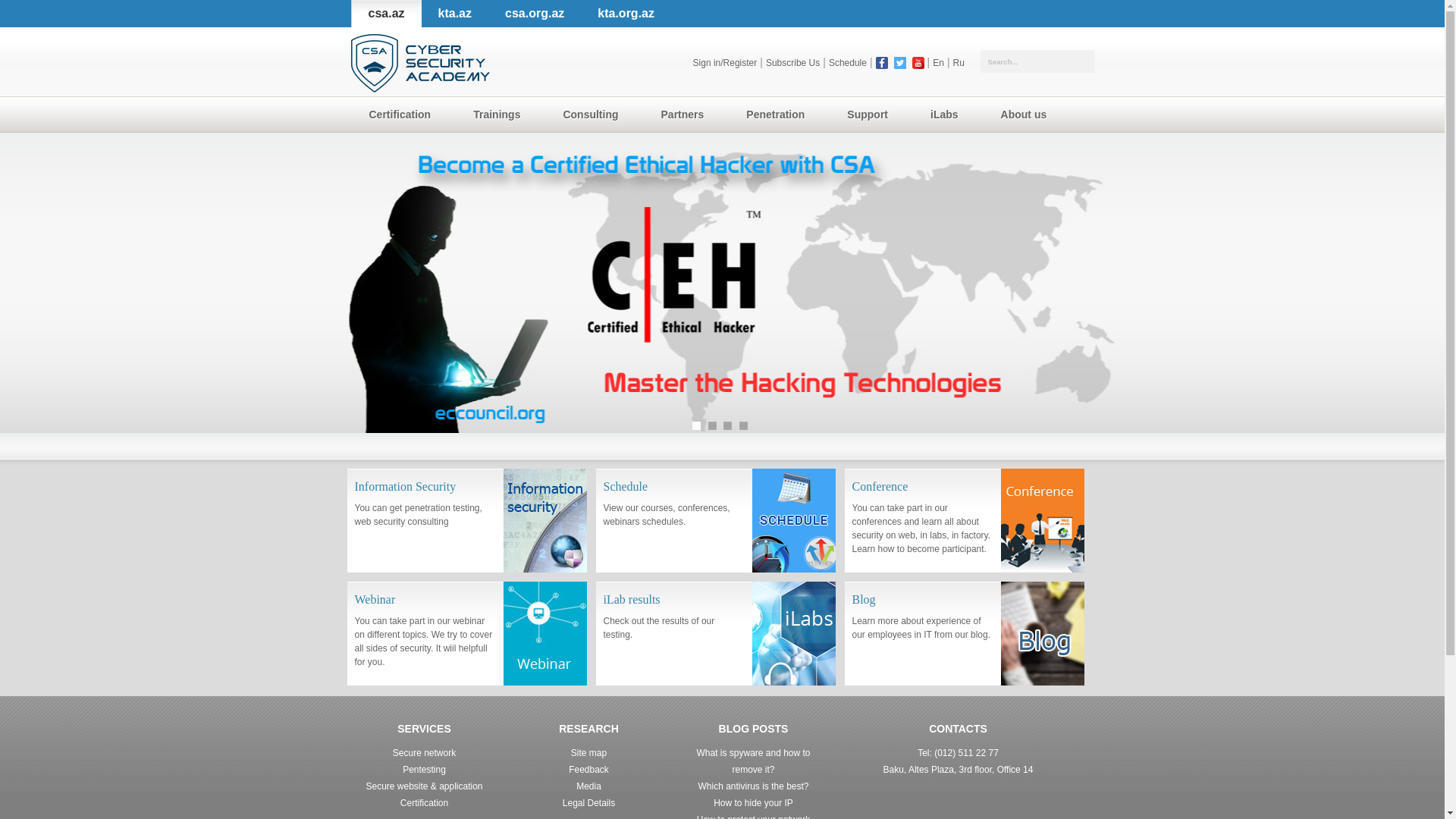  I want to click on 'iLab results, so click(715, 633).